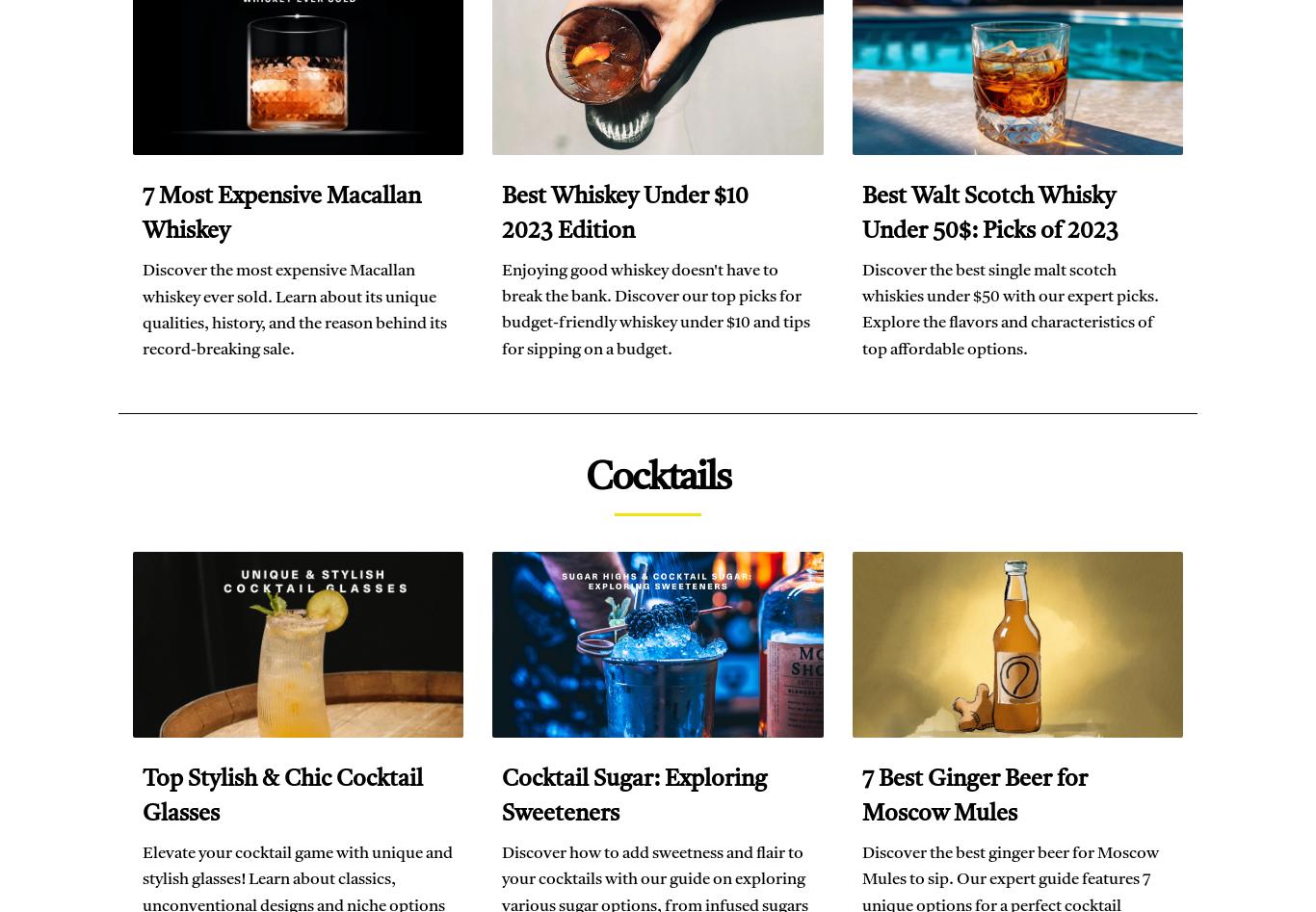 The height and width of the screenshot is (912, 1316). What do you see at coordinates (654, 308) in the screenshot?
I see `'Enjoying good whiskey doesn't have to break the bank. Discover our top picks for budget-friendly whiskey under $10 and tips for sipping on a budget.'` at bounding box center [654, 308].